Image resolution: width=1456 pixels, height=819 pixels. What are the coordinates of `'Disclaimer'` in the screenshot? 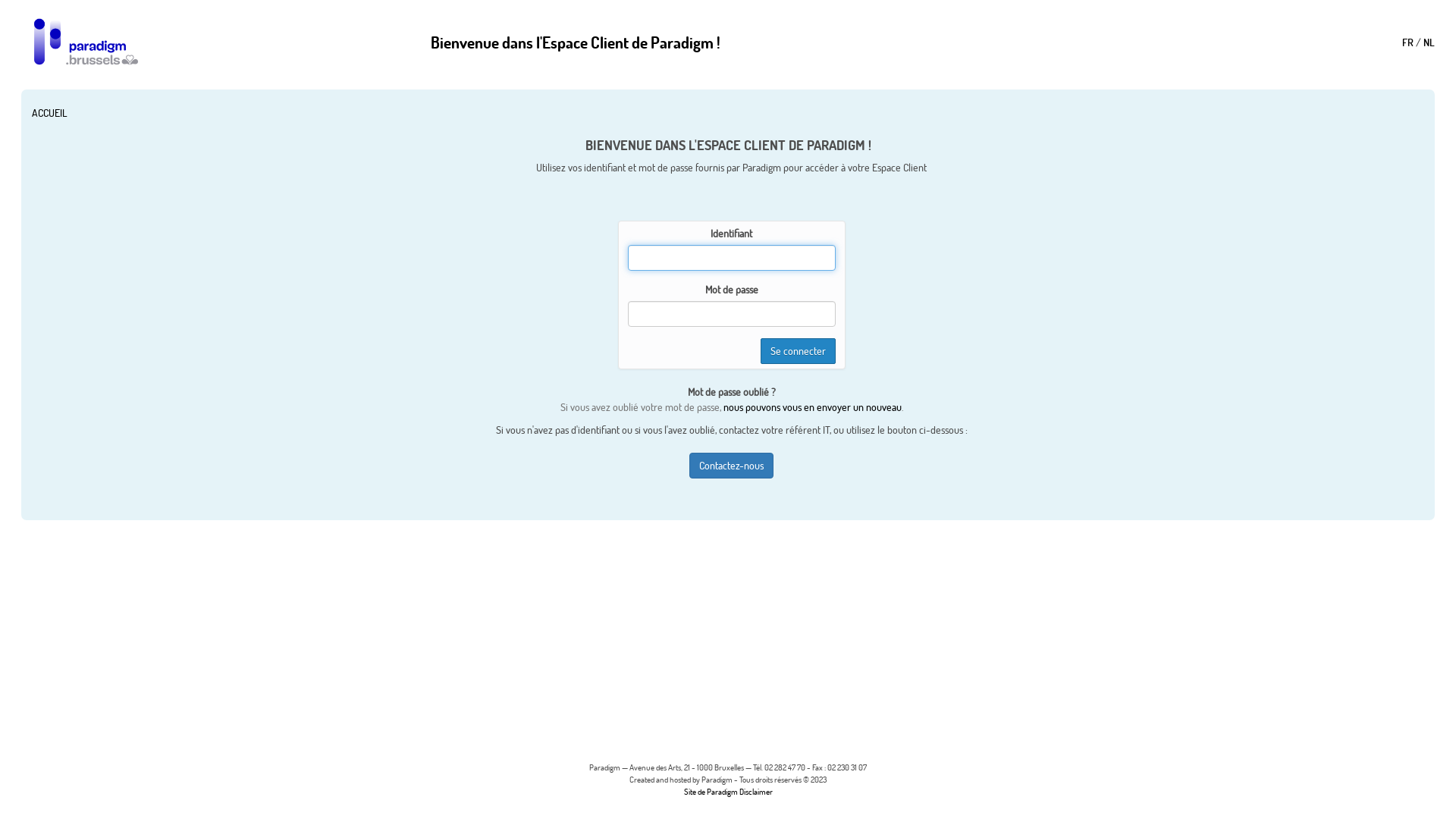 It's located at (755, 791).